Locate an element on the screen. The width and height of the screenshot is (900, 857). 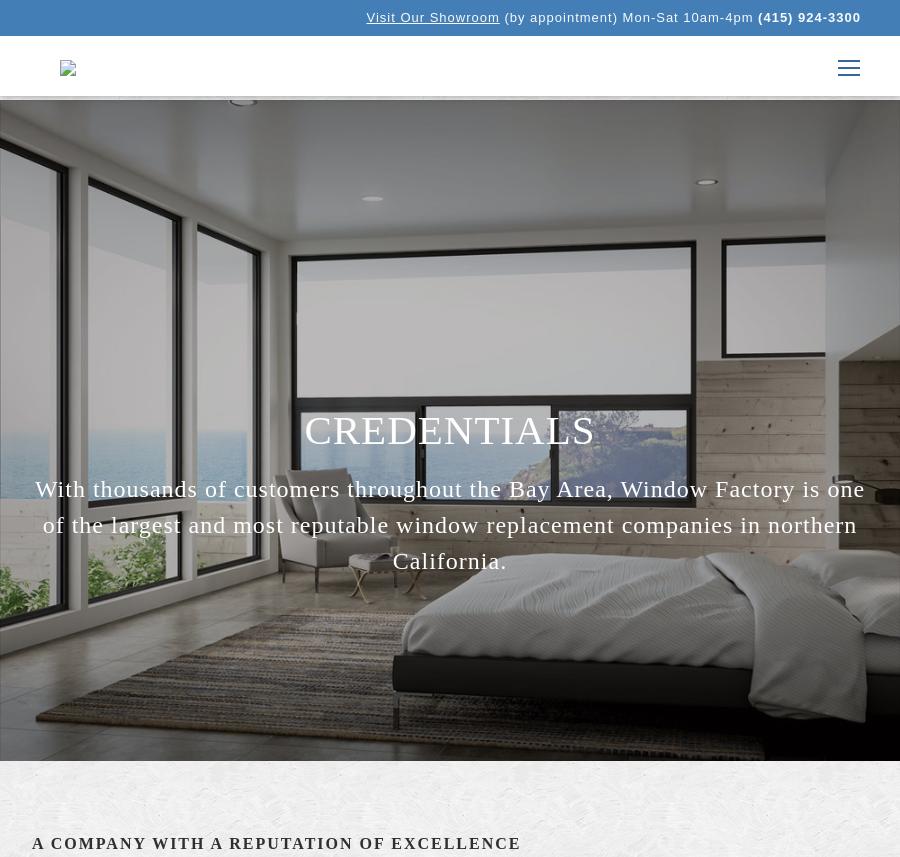
'Visit Our Showroom' is located at coordinates (366, 17).